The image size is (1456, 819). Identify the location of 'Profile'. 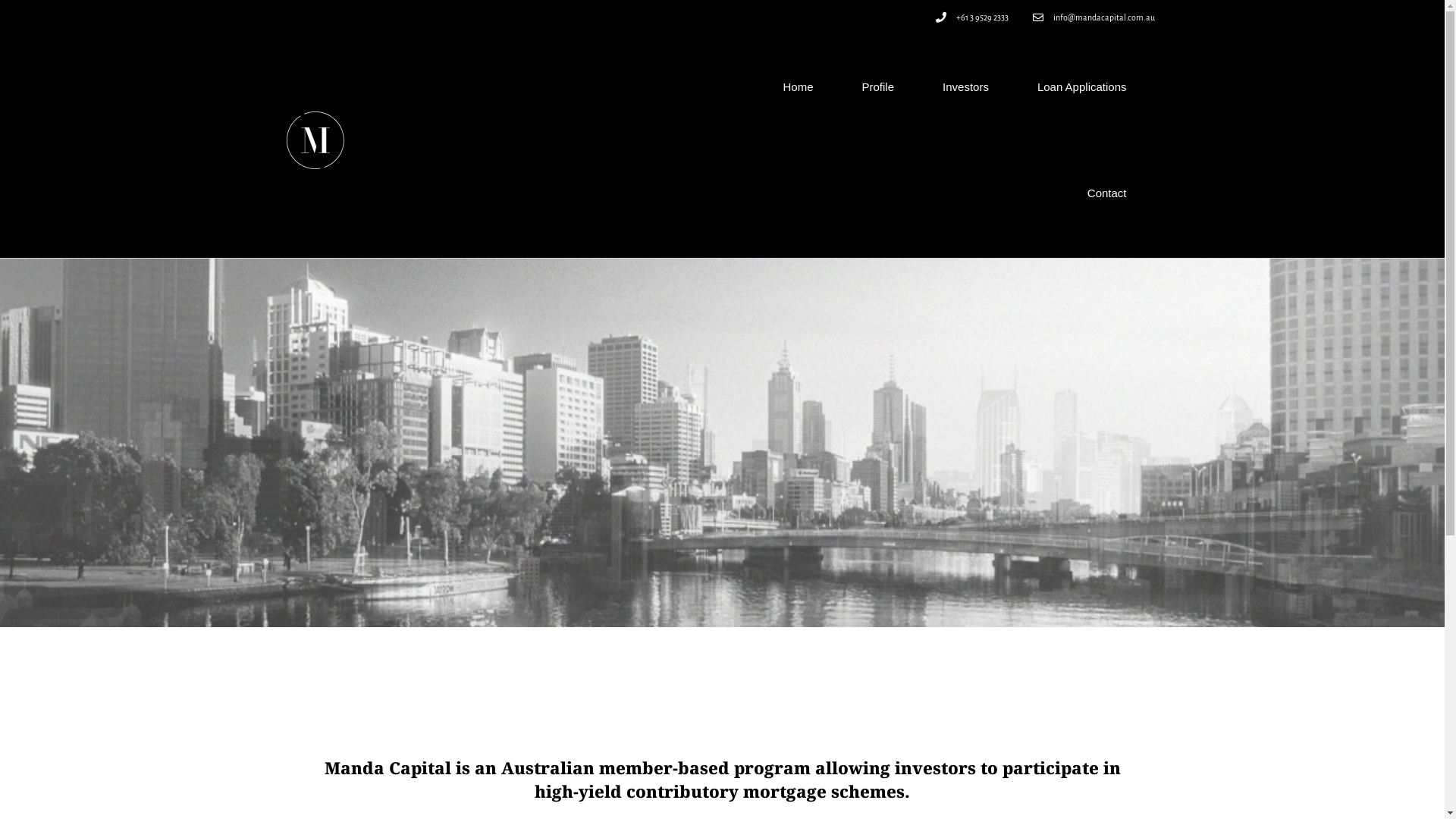
(878, 87).